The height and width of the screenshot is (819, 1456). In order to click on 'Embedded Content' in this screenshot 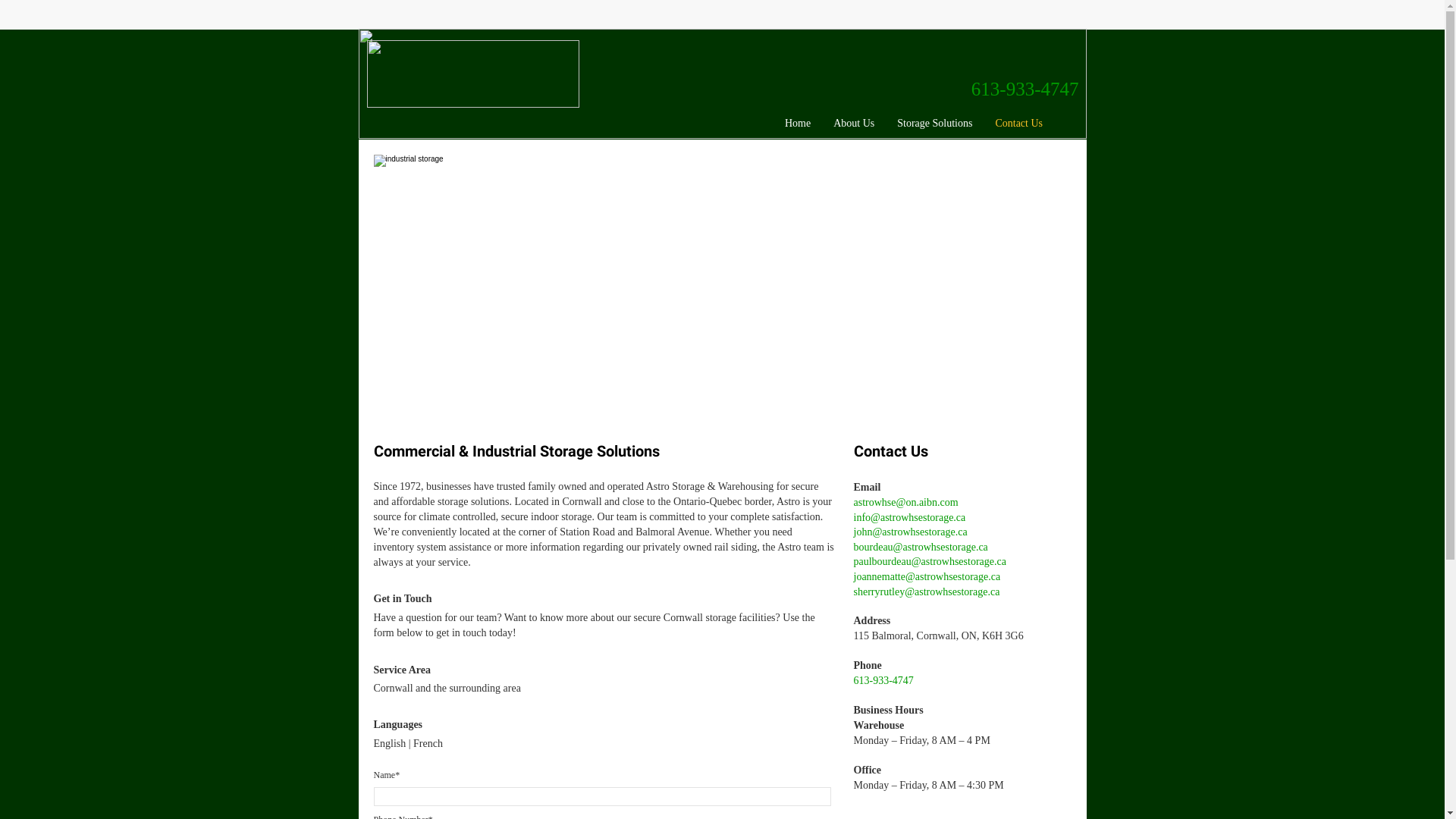, I will do `click(973, 14)`.